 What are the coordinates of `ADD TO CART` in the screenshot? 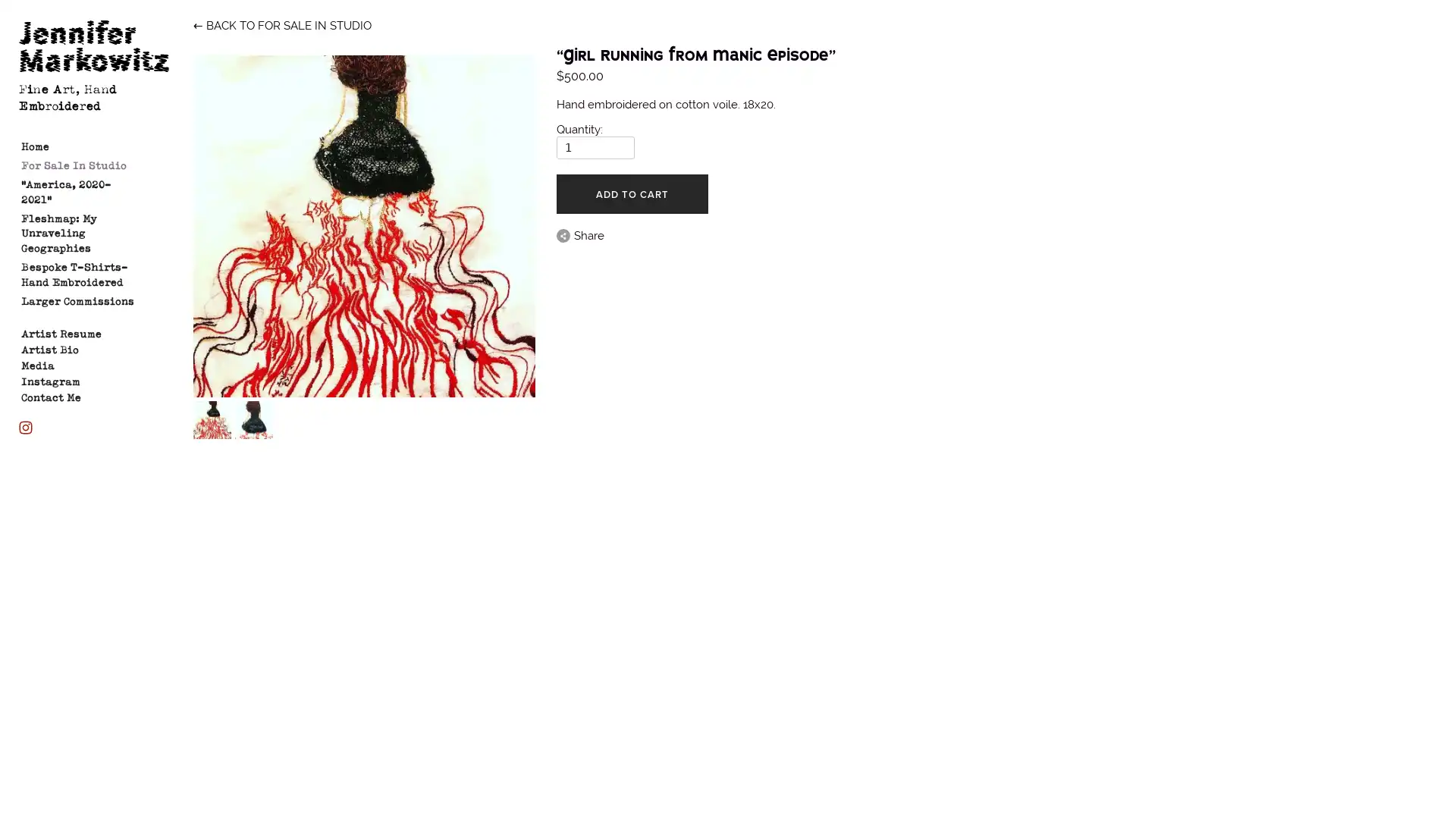 It's located at (632, 193).